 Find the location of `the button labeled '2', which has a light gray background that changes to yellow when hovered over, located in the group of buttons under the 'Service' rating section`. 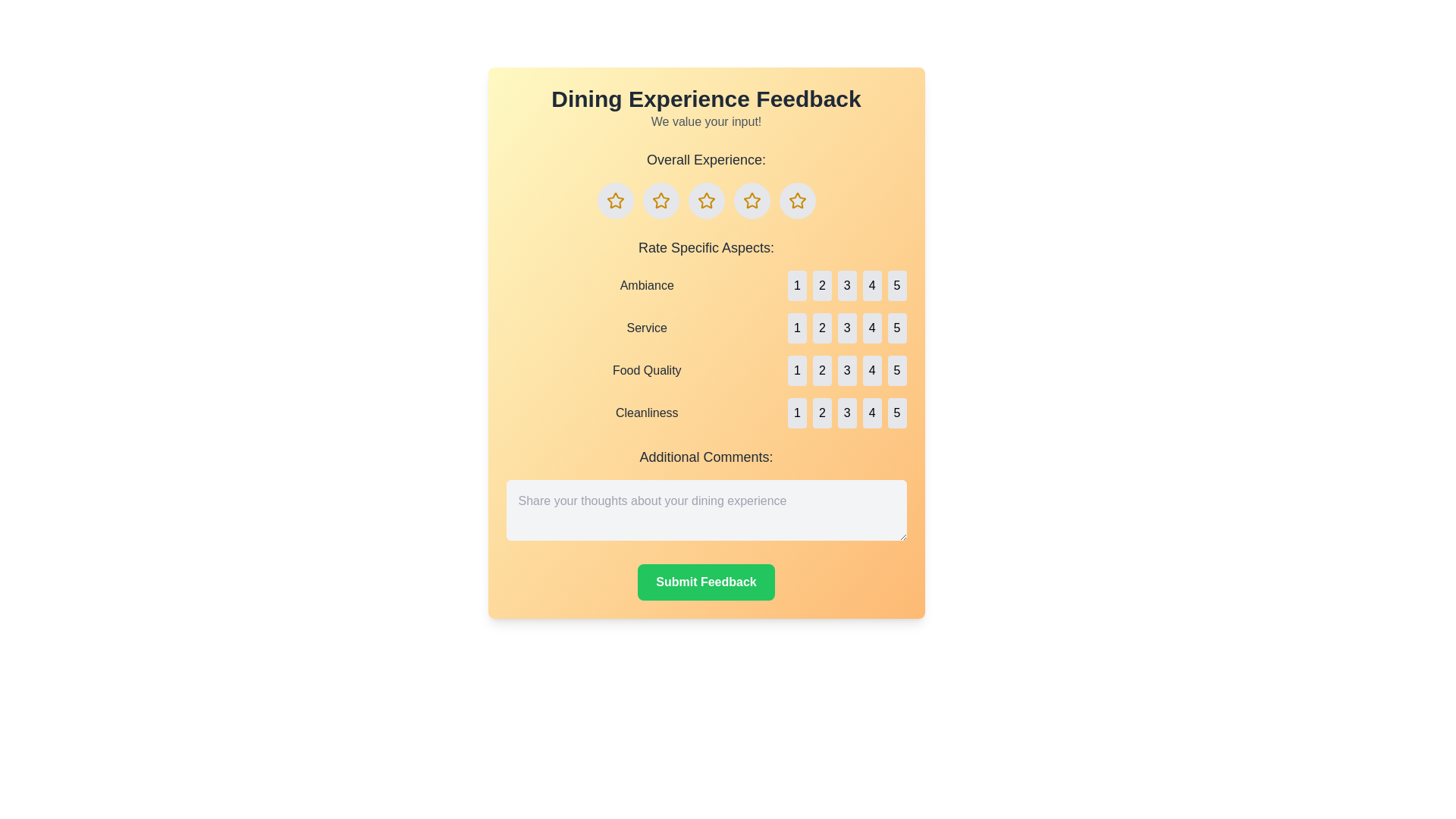

the button labeled '2', which has a light gray background that changes to yellow when hovered over, located in the group of buttons under the 'Service' rating section is located at coordinates (821, 327).